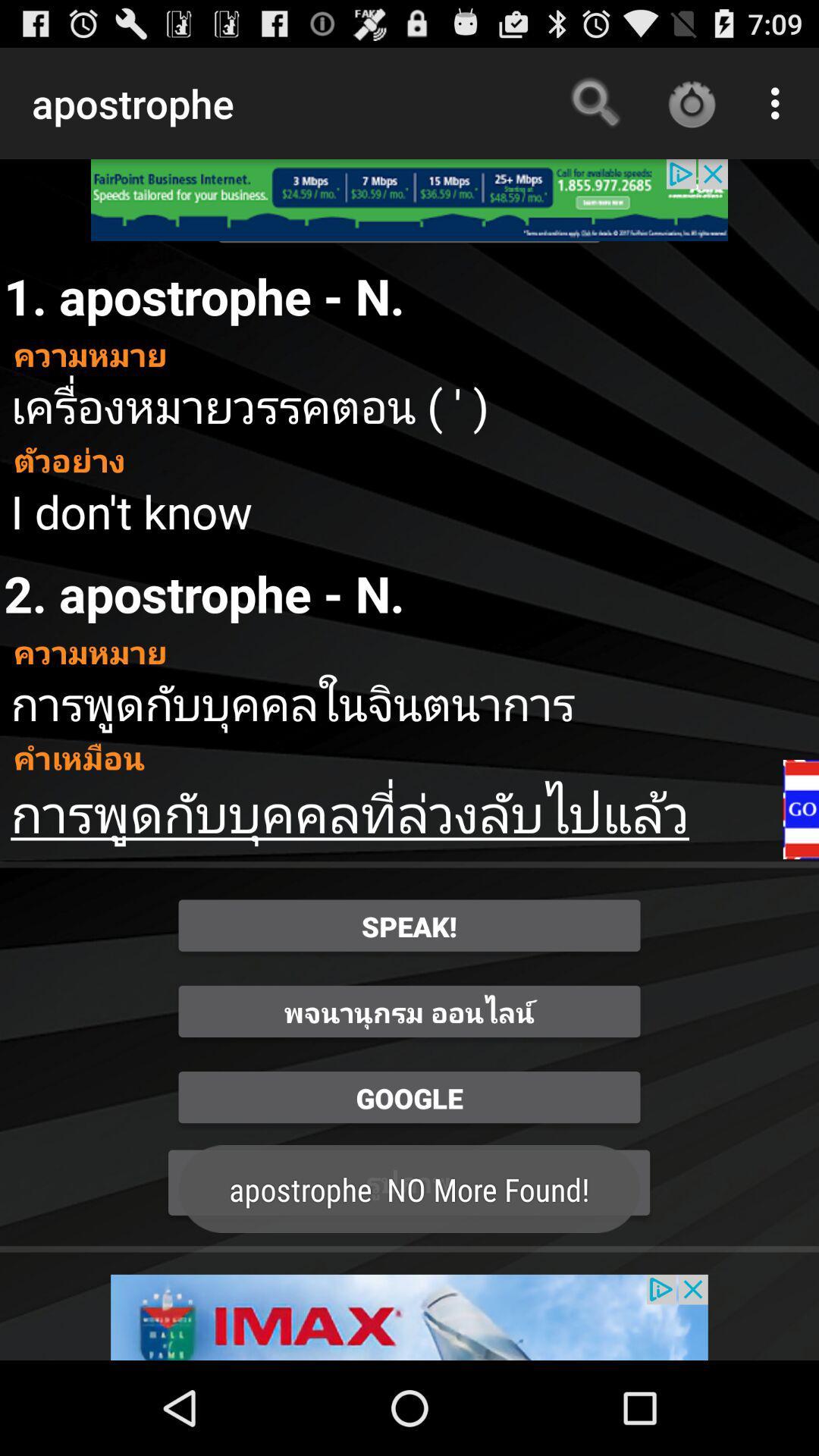 This screenshot has height=1456, width=819. What do you see at coordinates (800, 866) in the screenshot?
I see `the menu icon` at bounding box center [800, 866].